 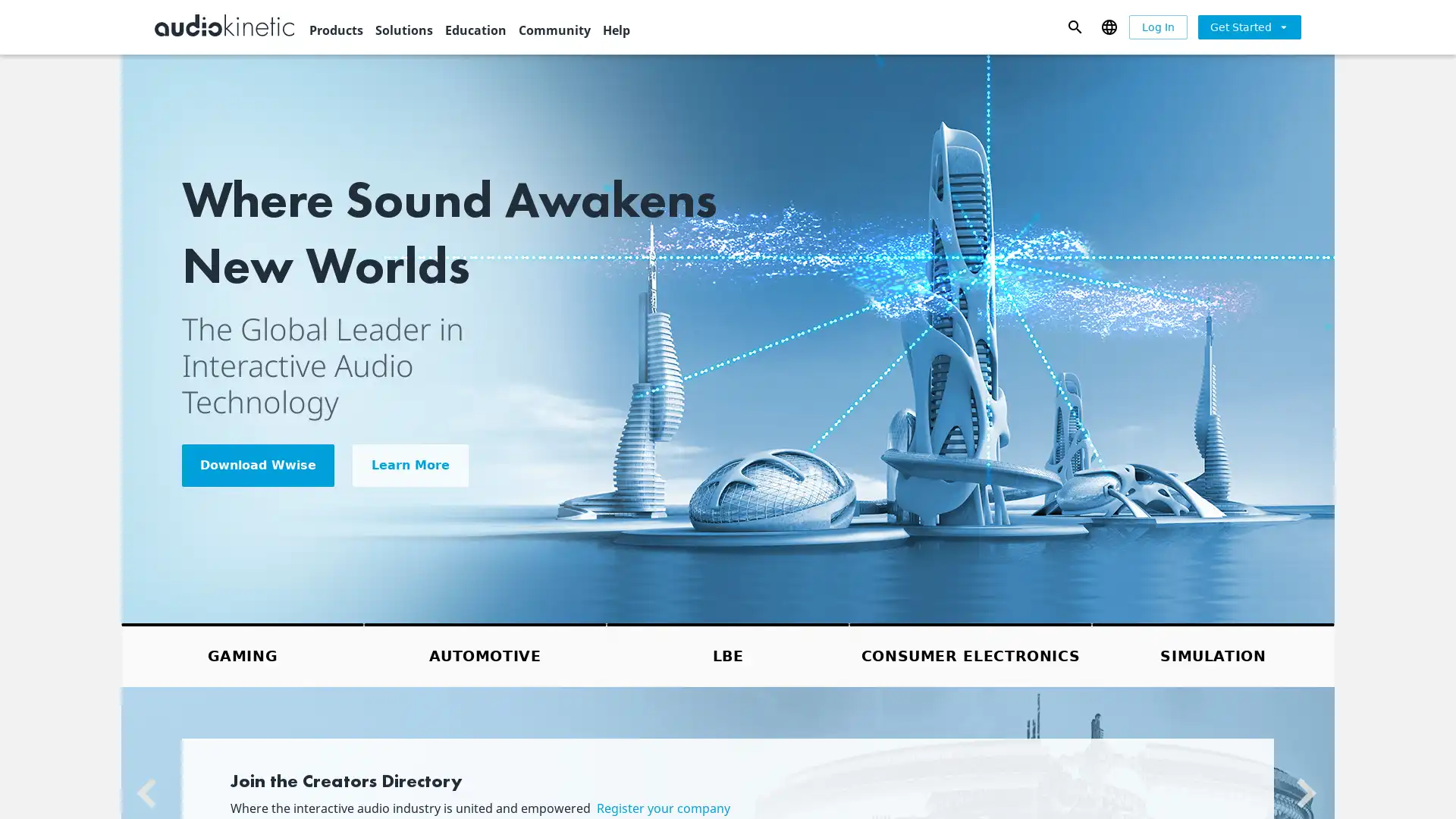 I want to click on GAMING, so click(x=243, y=654).